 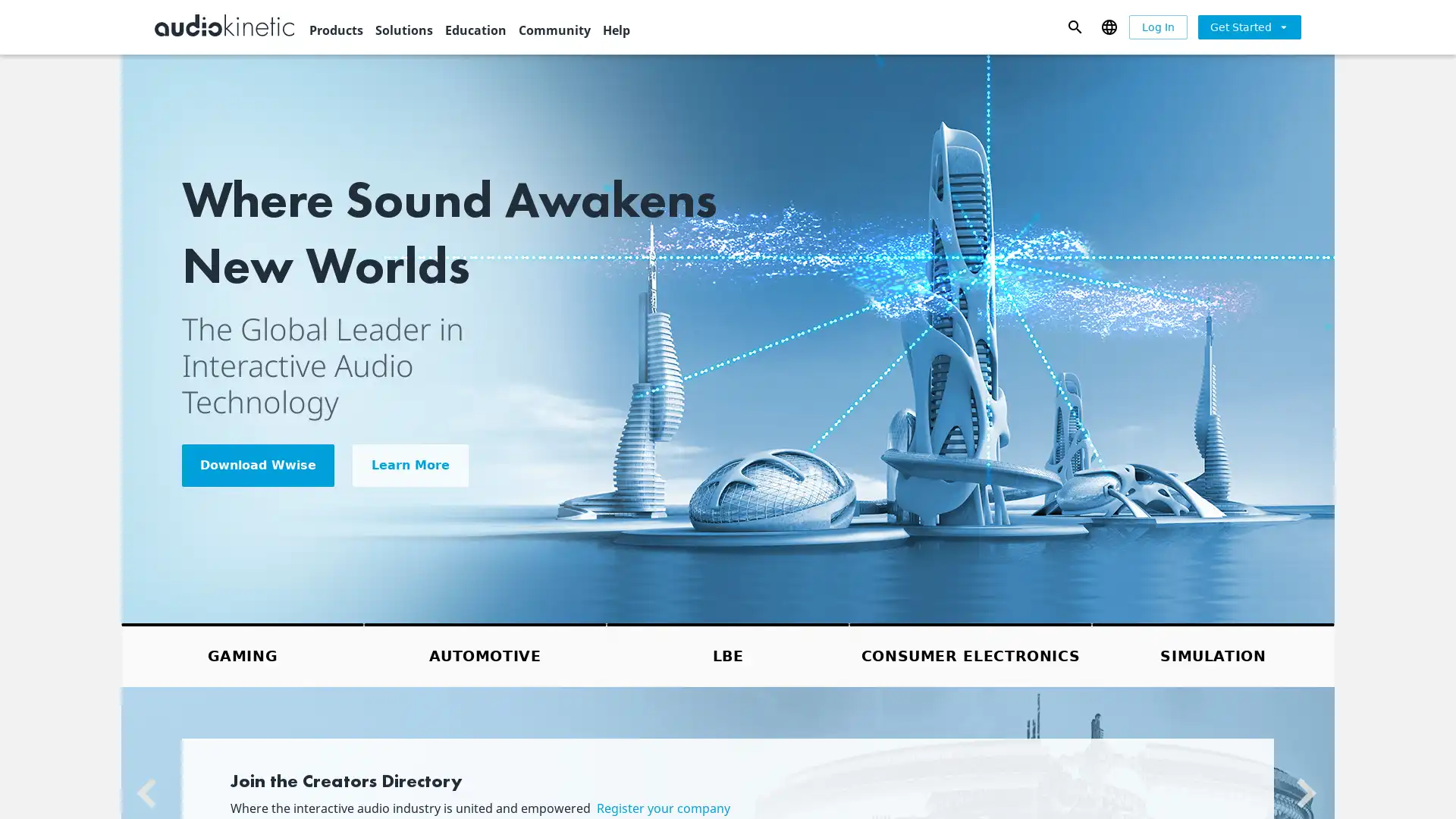 I want to click on GAMING, so click(x=243, y=654).